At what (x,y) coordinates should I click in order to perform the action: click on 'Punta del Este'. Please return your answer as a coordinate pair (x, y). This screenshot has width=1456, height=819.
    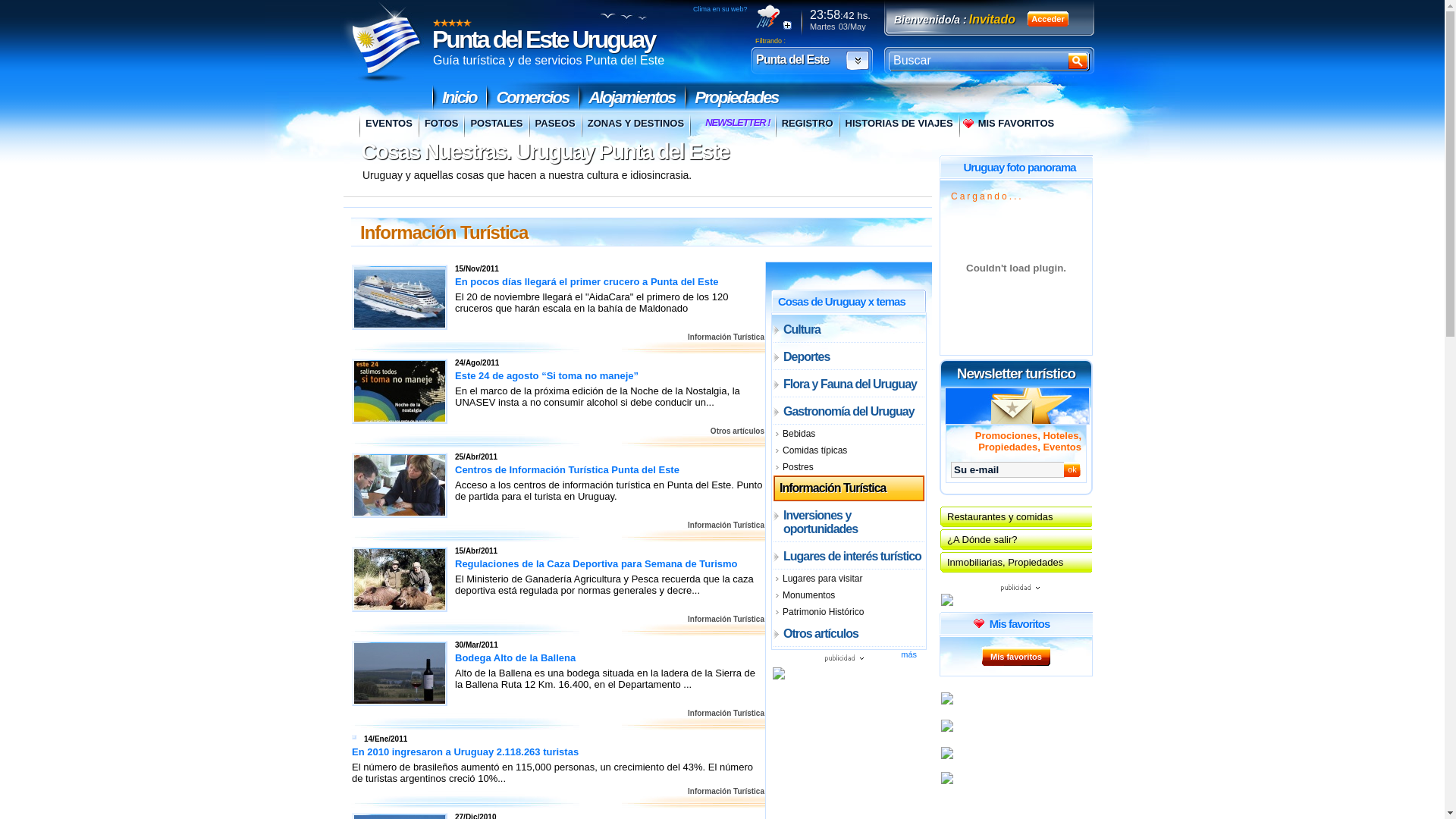
    Looking at the image, I should click on (753, 59).